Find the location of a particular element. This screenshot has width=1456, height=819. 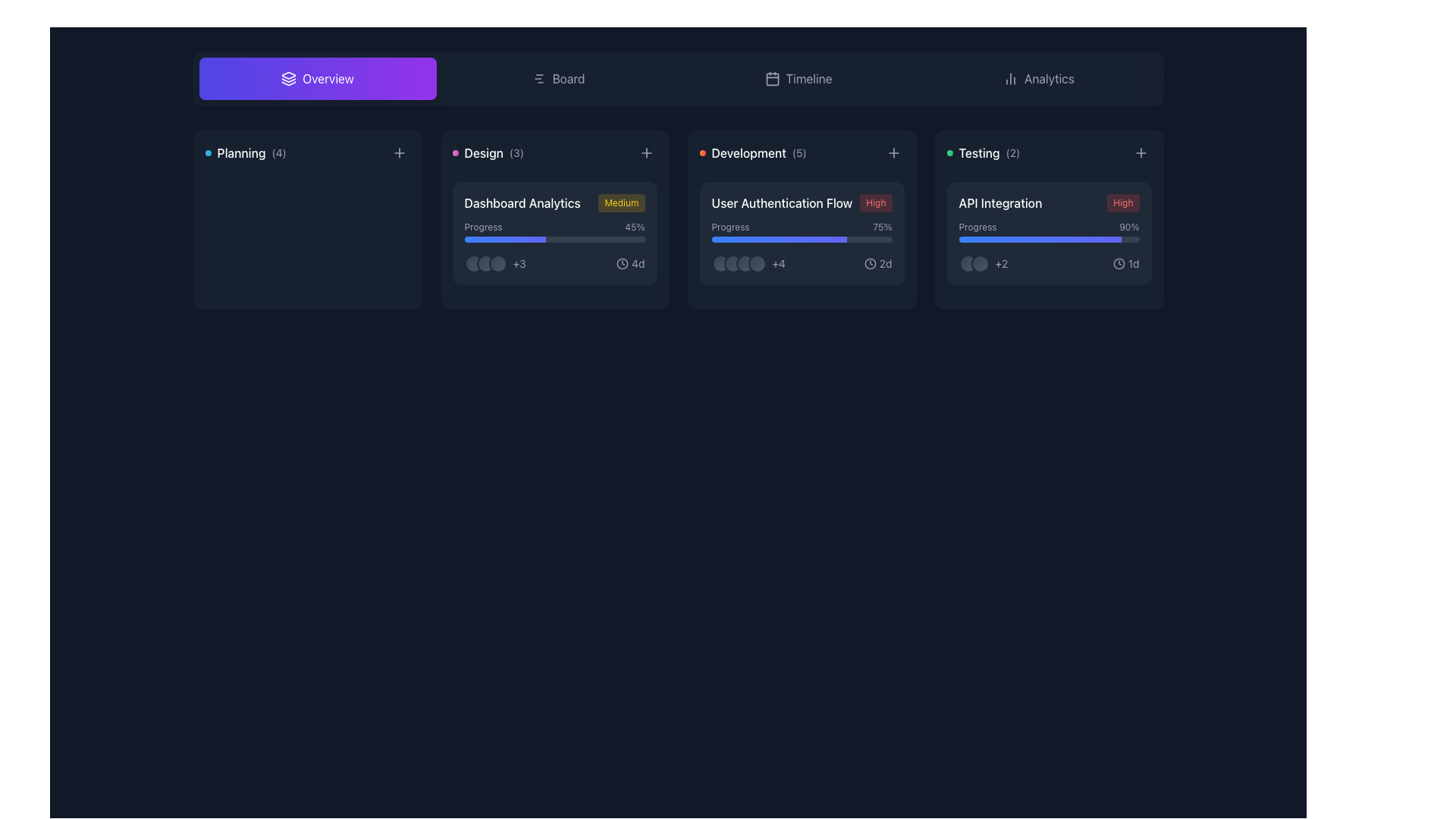

the clock icon and text '2d' element located in the 'Development' card below the title 'User Authentication Flow' to perform associated card actions is located at coordinates (878, 262).